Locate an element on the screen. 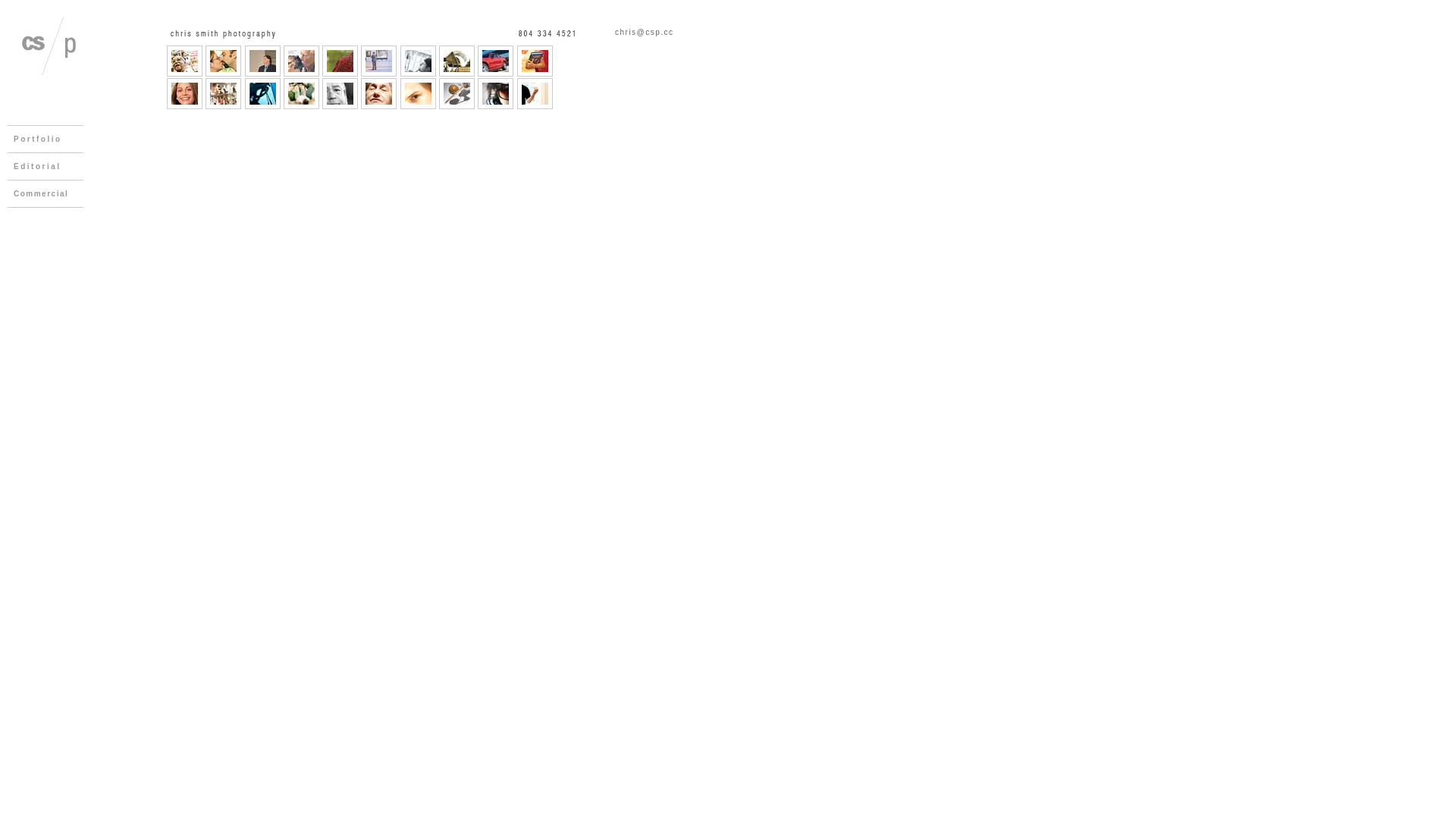 The width and height of the screenshot is (1456, 819). 'Portfolio' is located at coordinates (48, 139).